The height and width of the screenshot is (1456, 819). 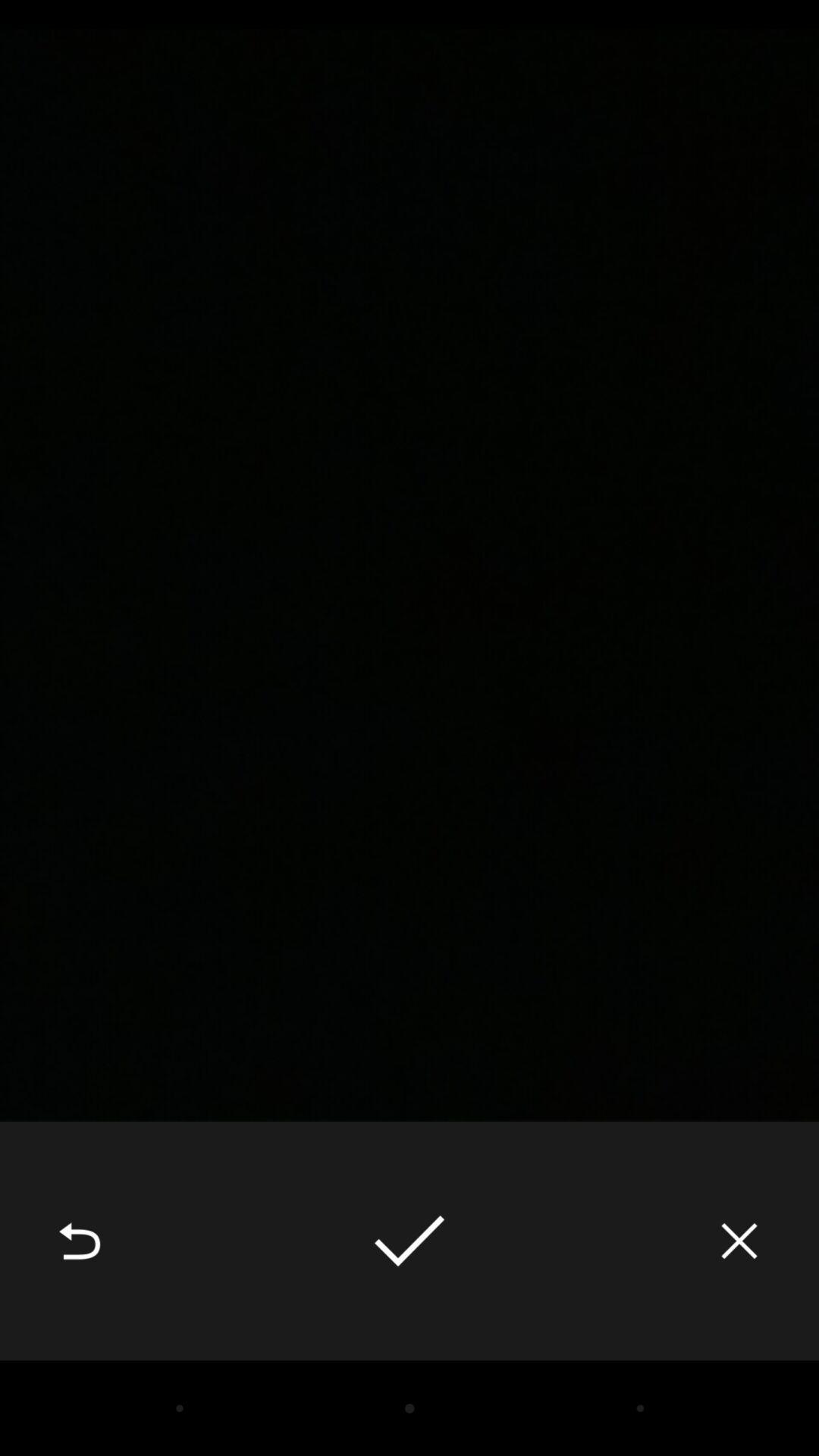 I want to click on icon at the bottom left corner, so click(x=79, y=1241).